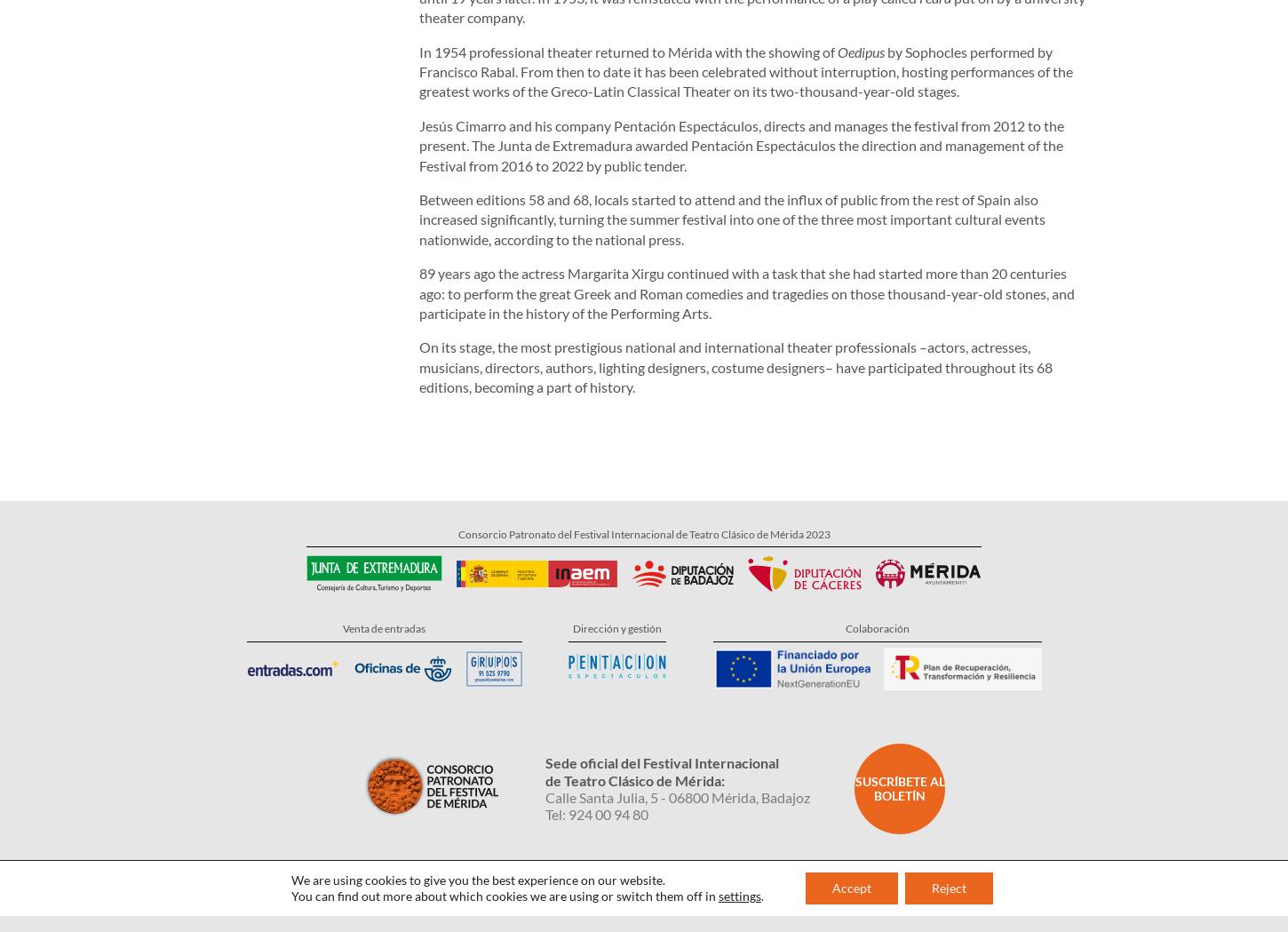 This screenshot has height=932, width=1288. I want to click on '.', so click(760, 824).